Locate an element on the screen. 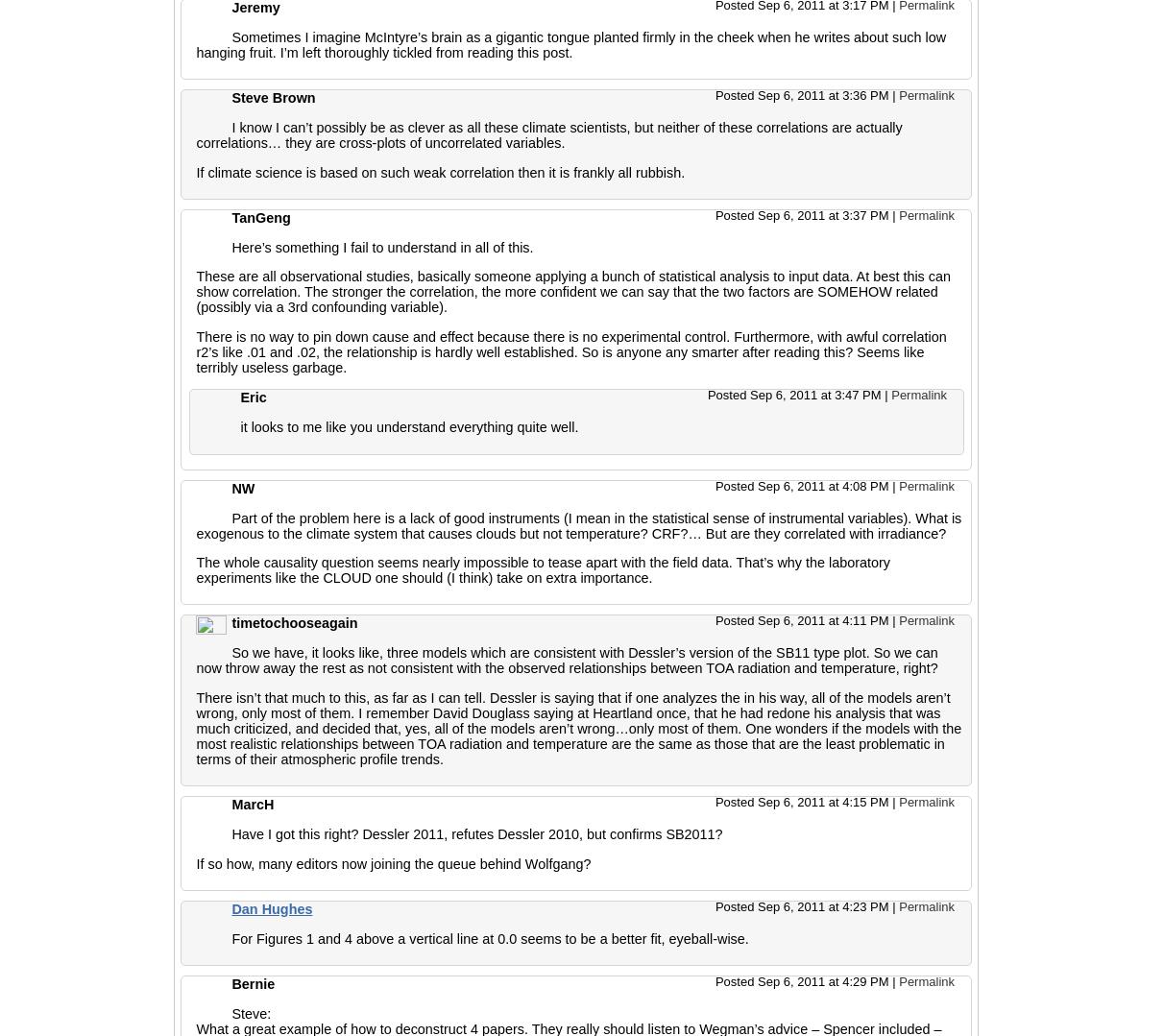  'Posted Sep 6, 2011 at 4:15 PM' is located at coordinates (715, 802).